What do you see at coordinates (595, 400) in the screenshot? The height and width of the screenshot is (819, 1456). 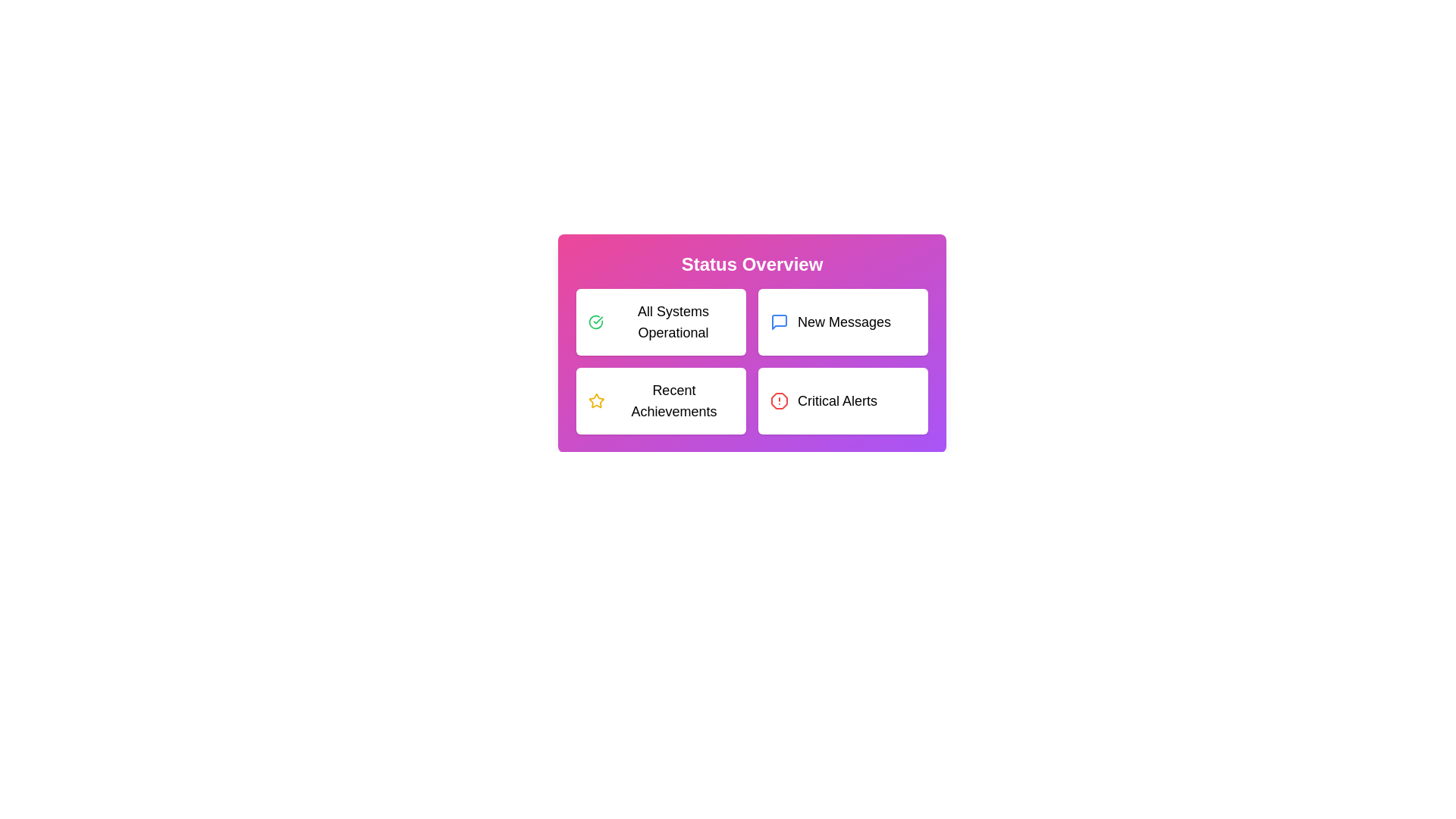 I see `the star-shaped icon with a yellow fill and white outline located in the 'Recent Achievements' section, below the 'Status Overview' title` at bounding box center [595, 400].